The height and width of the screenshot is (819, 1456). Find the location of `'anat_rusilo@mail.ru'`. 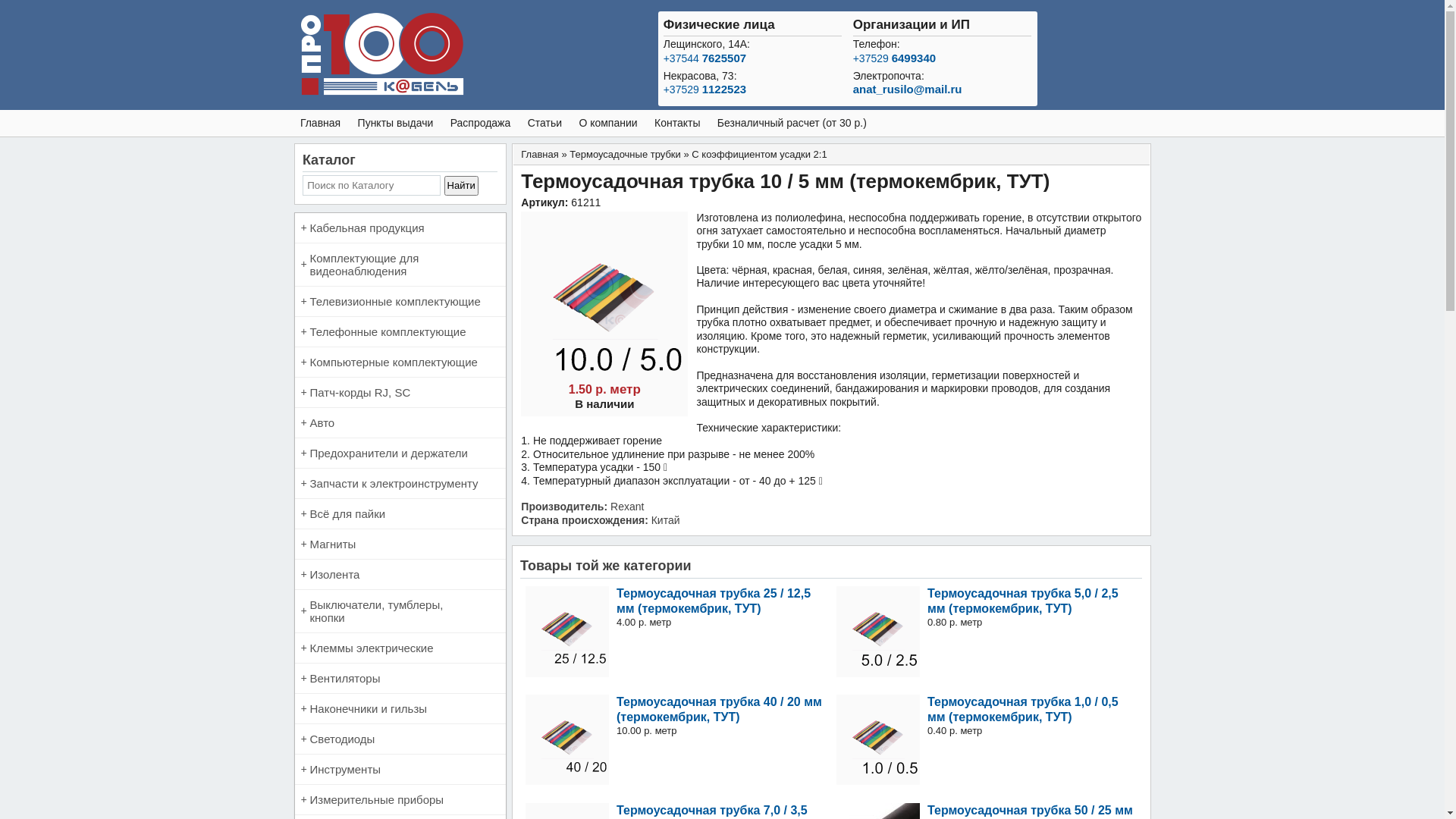

'anat_rusilo@mail.ru' is located at coordinates (907, 89).